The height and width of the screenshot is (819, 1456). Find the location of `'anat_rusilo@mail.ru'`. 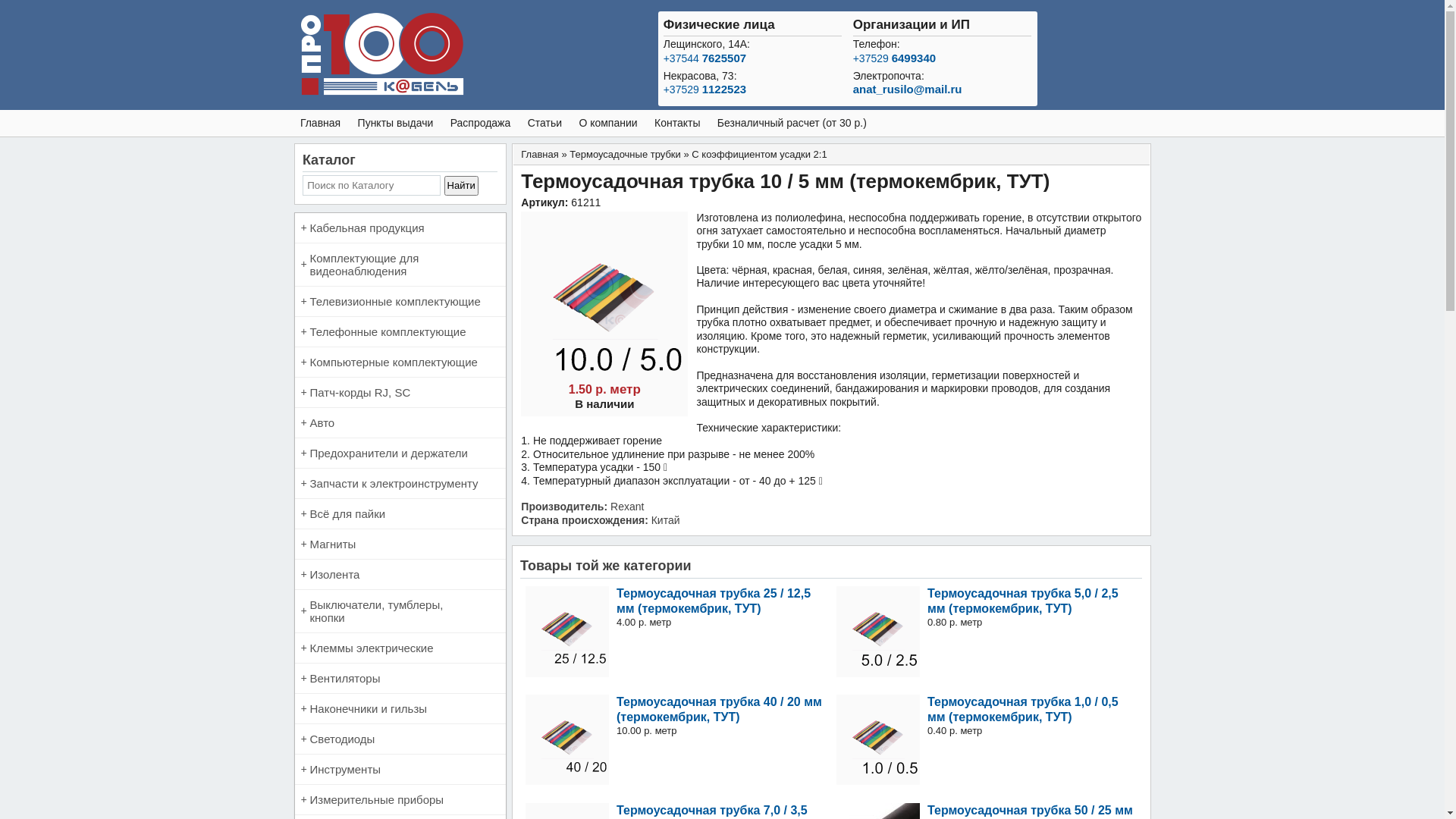

'anat_rusilo@mail.ru' is located at coordinates (907, 89).